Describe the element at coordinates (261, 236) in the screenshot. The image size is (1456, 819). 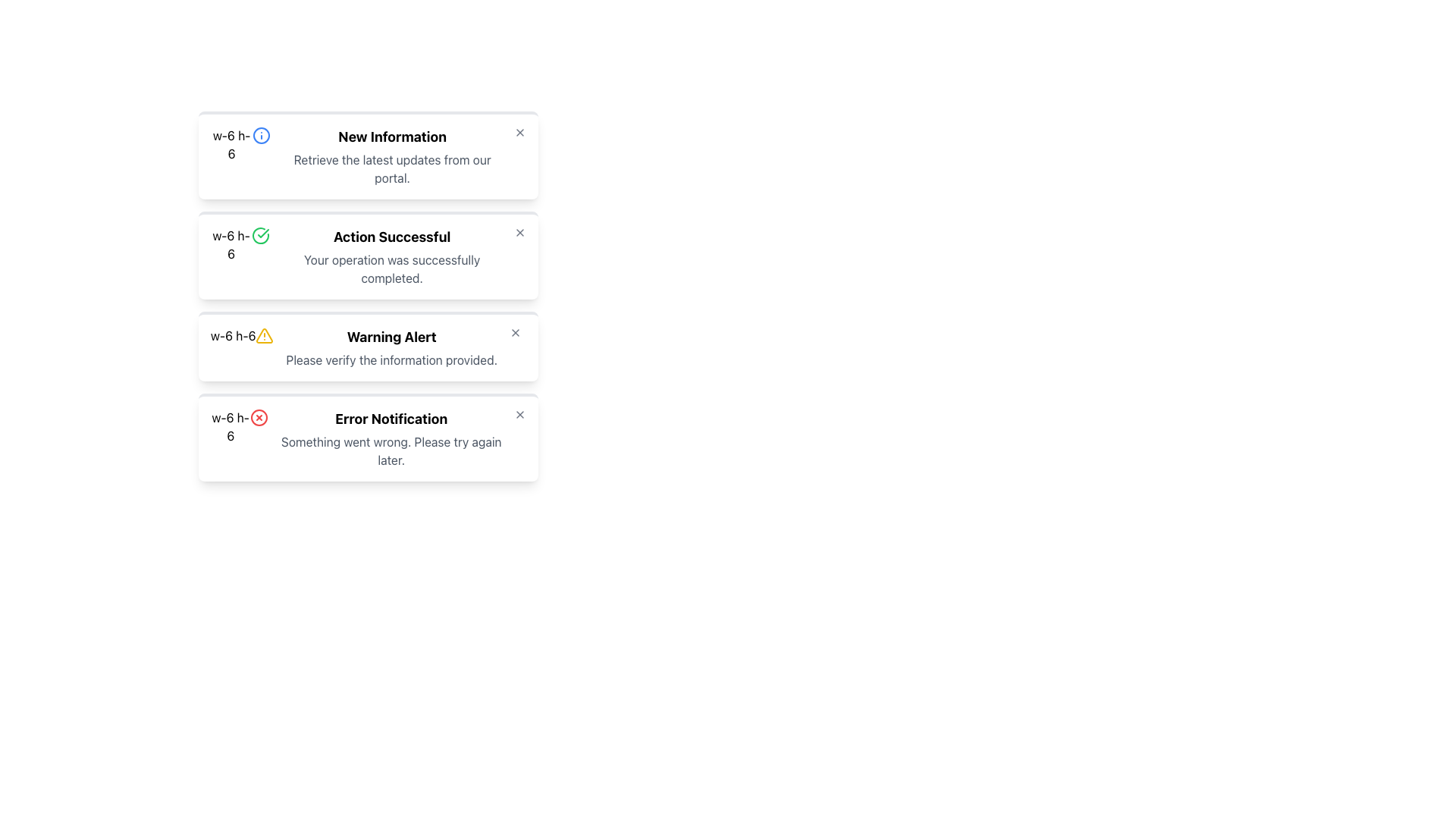
I see `the graphical check icon styled with a green circle and checkmark, located in the notification card with the title 'Action Successful'` at that location.